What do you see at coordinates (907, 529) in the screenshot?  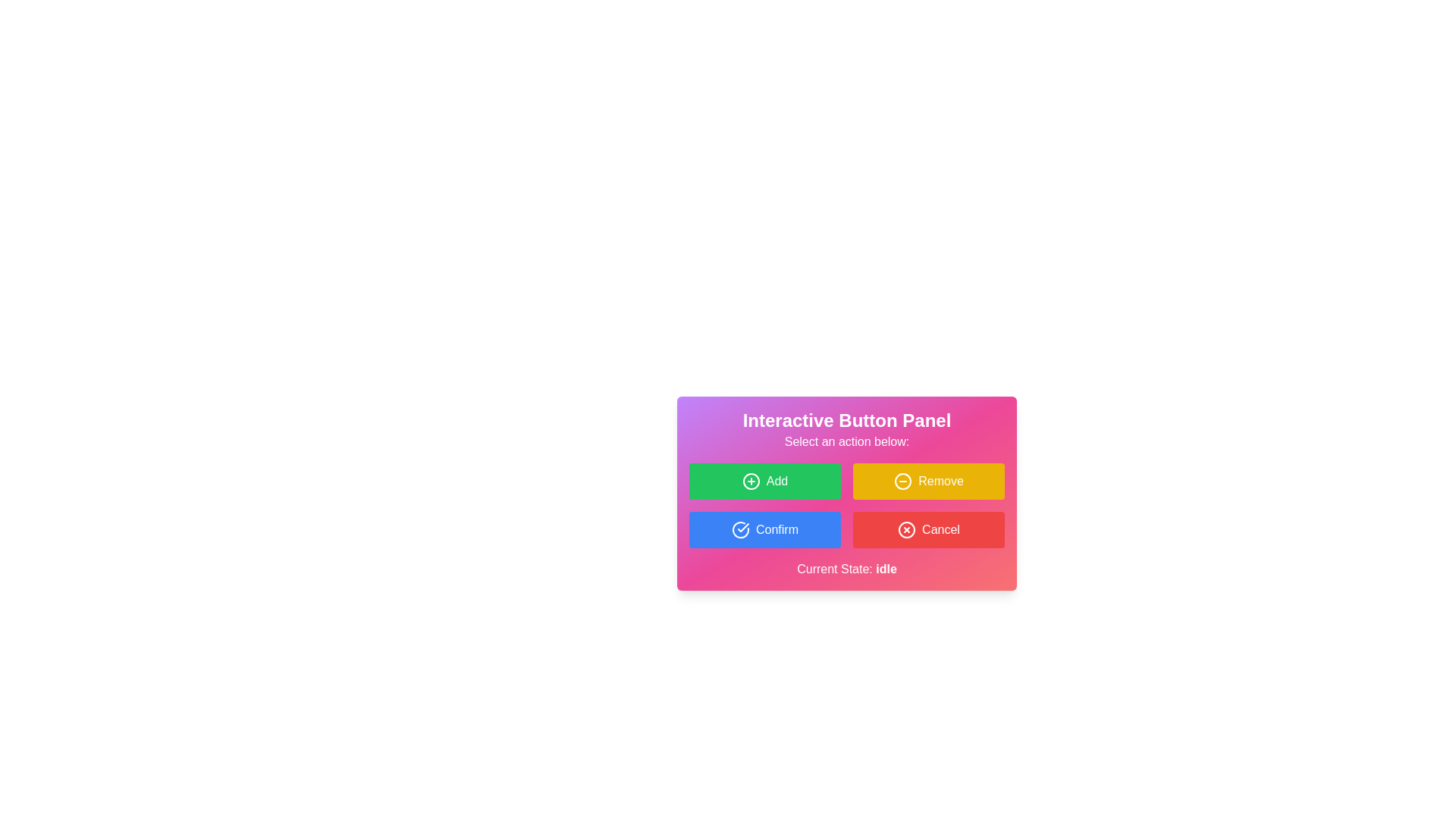 I see `the red circular icon with a white cross graphic, which is located to the left of the 'Cancel' button text in the bottom-right corner of the four-button panel` at bounding box center [907, 529].